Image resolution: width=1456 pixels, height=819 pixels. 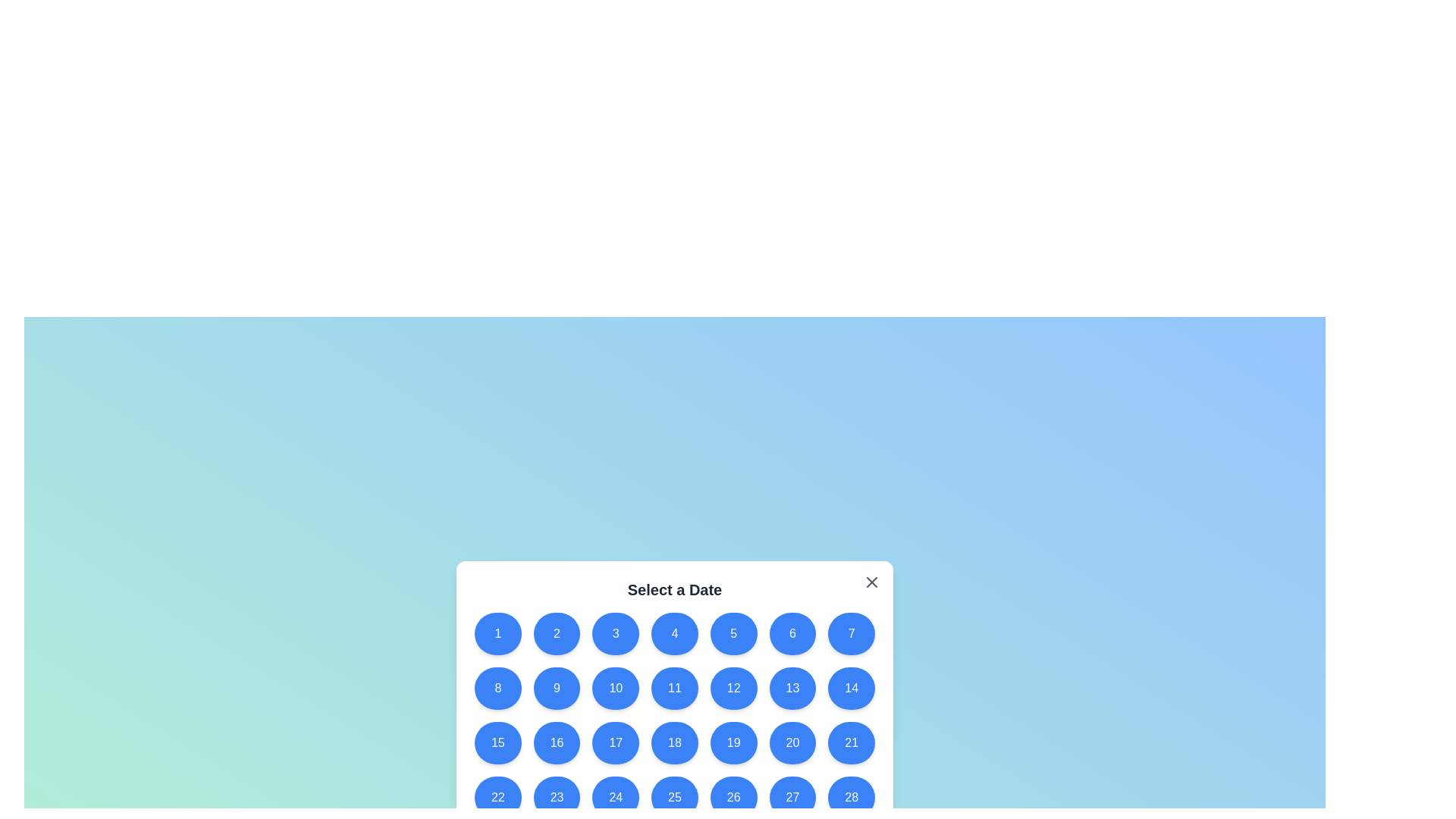 I want to click on the close button to close the dialog, so click(x=872, y=581).